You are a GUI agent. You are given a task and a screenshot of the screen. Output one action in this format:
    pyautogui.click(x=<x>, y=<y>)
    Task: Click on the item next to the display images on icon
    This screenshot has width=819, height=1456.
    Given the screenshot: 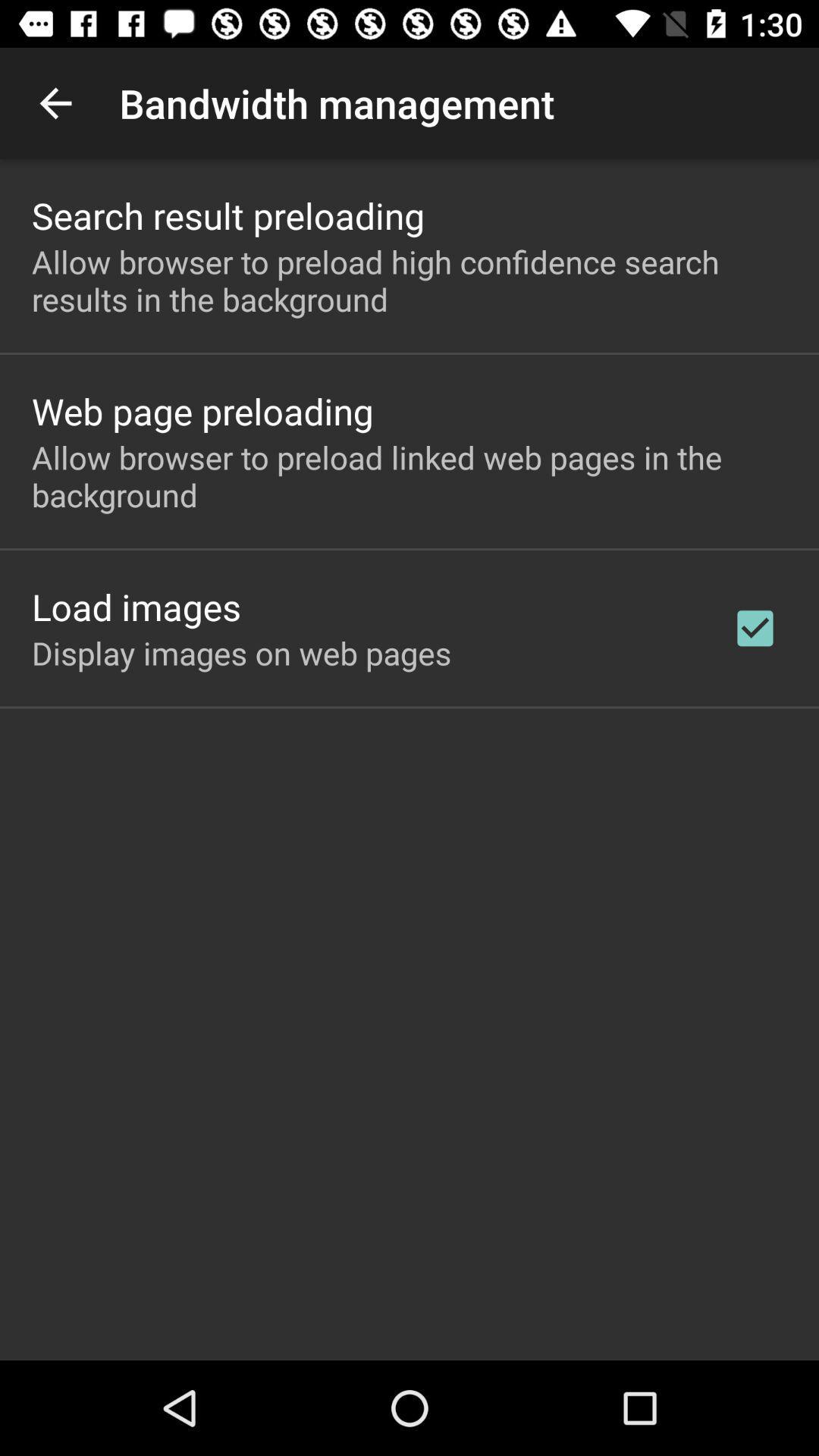 What is the action you would take?
    pyautogui.click(x=755, y=628)
    